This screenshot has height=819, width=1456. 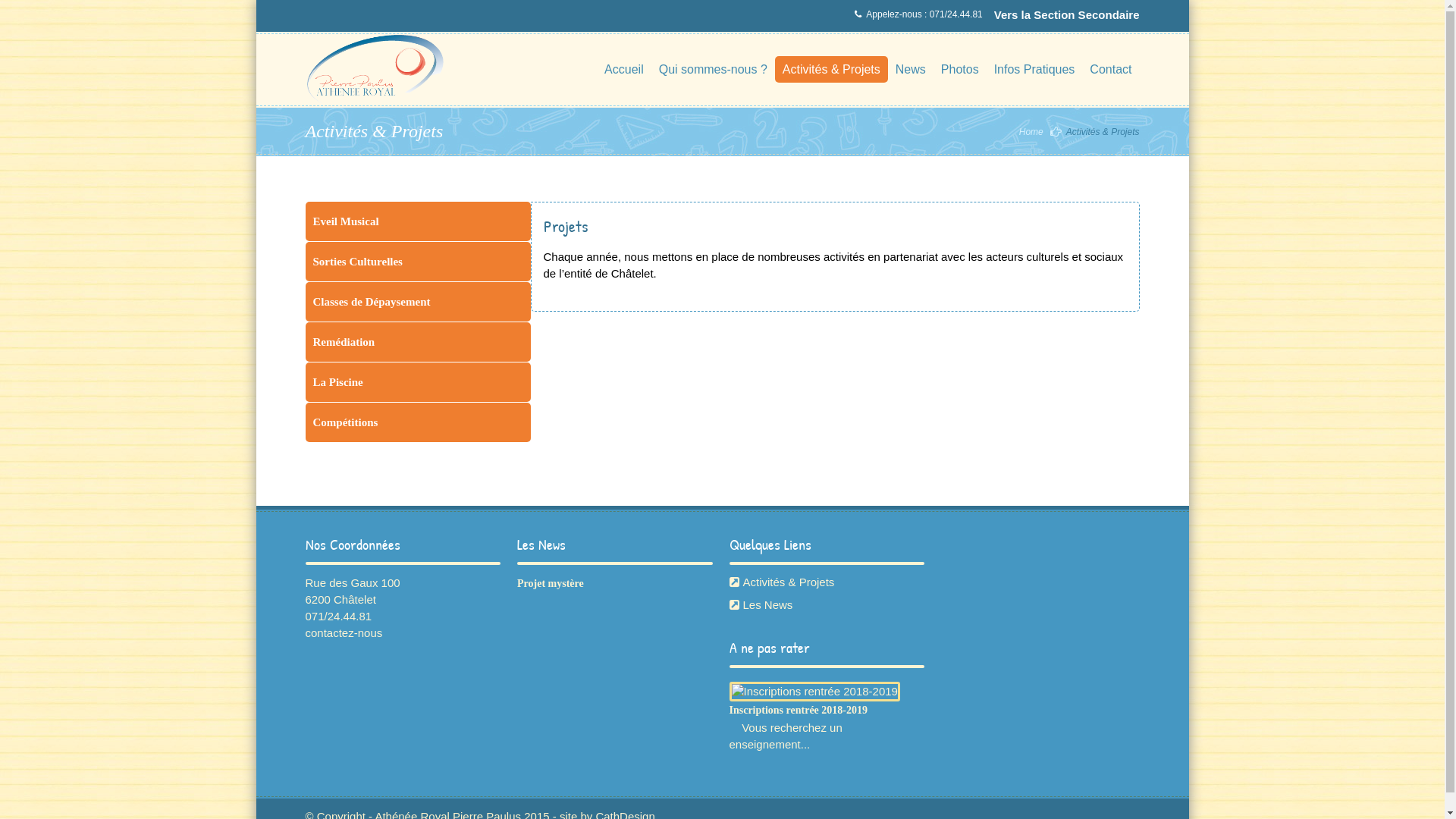 I want to click on 'Contact', so click(x=1110, y=69).